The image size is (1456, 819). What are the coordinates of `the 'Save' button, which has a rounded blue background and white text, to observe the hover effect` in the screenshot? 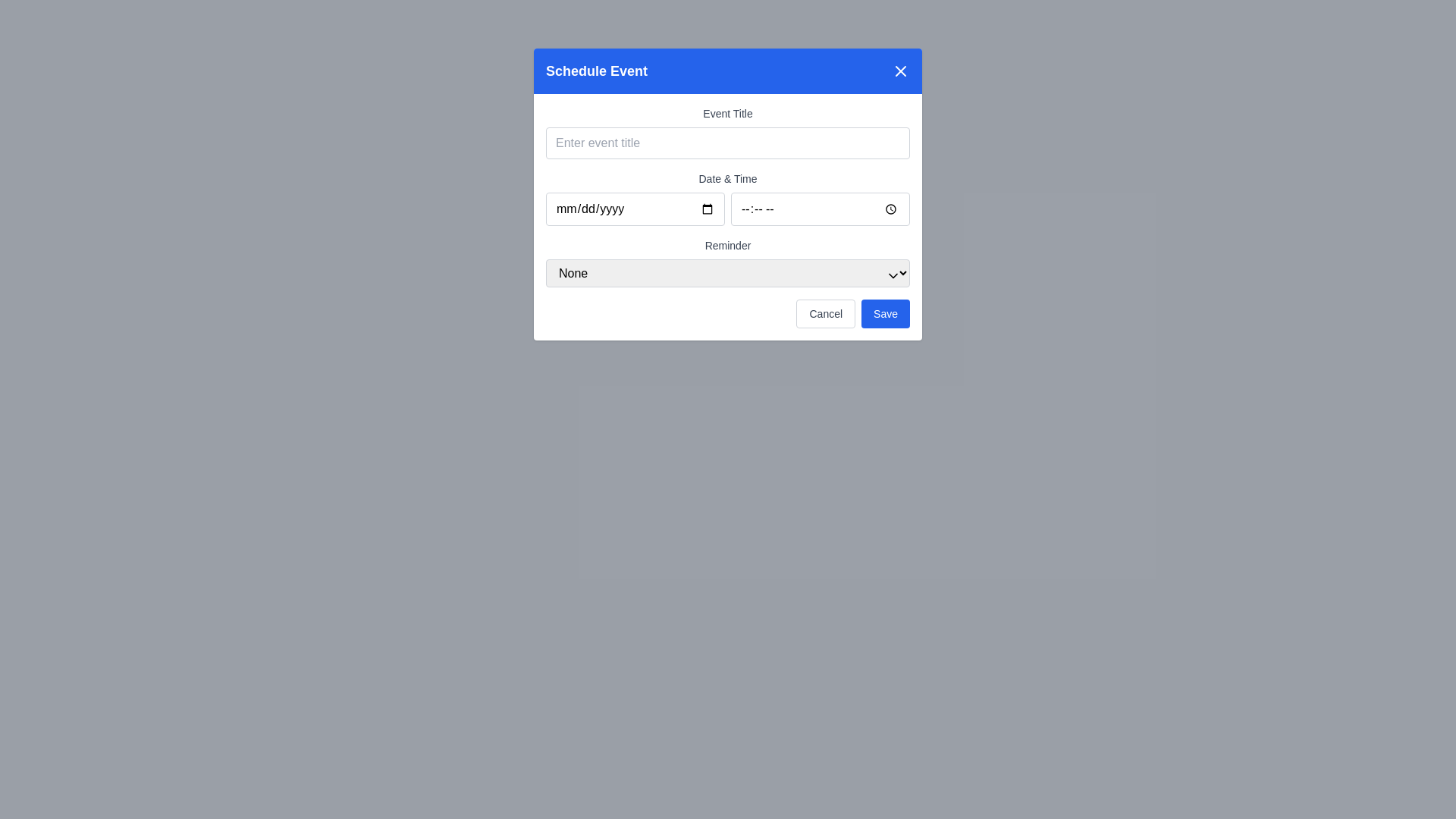 It's located at (886, 312).